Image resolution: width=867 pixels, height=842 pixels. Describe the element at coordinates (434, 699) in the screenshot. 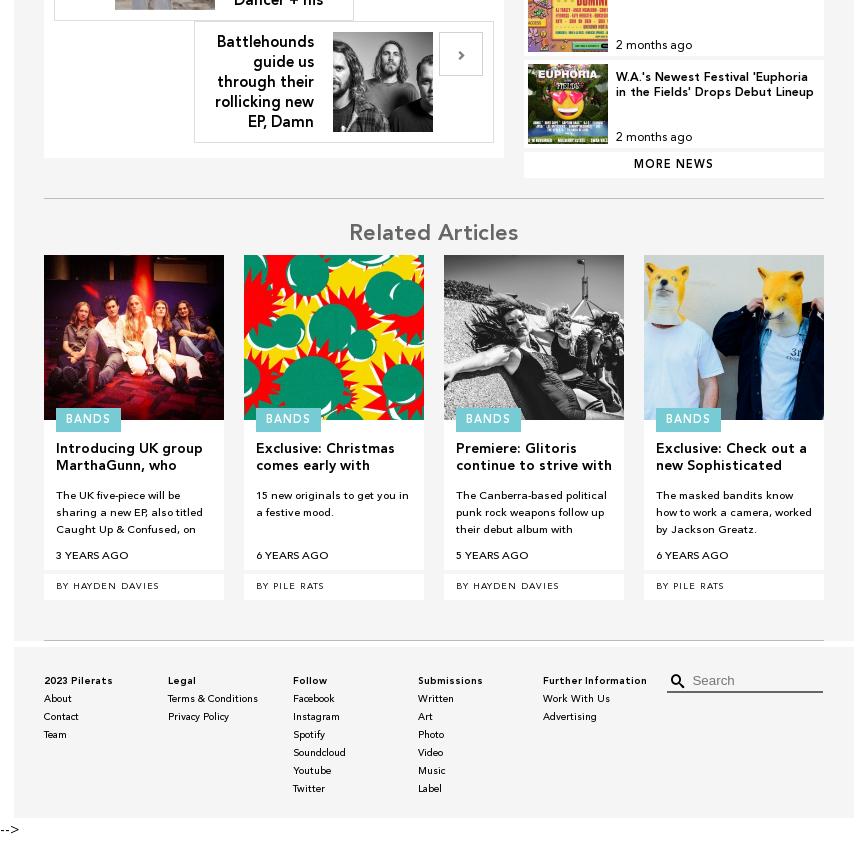

I see `'Written'` at that location.